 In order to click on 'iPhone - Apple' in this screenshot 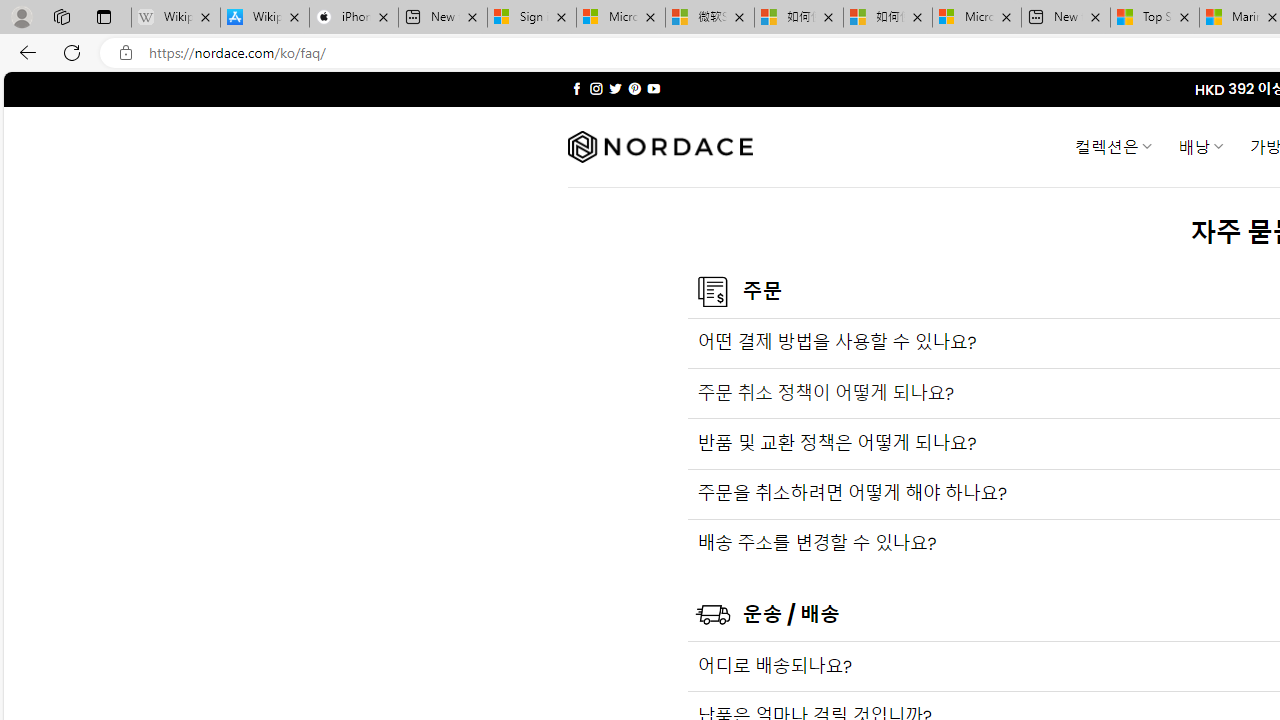, I will do `click(353, 17)`.